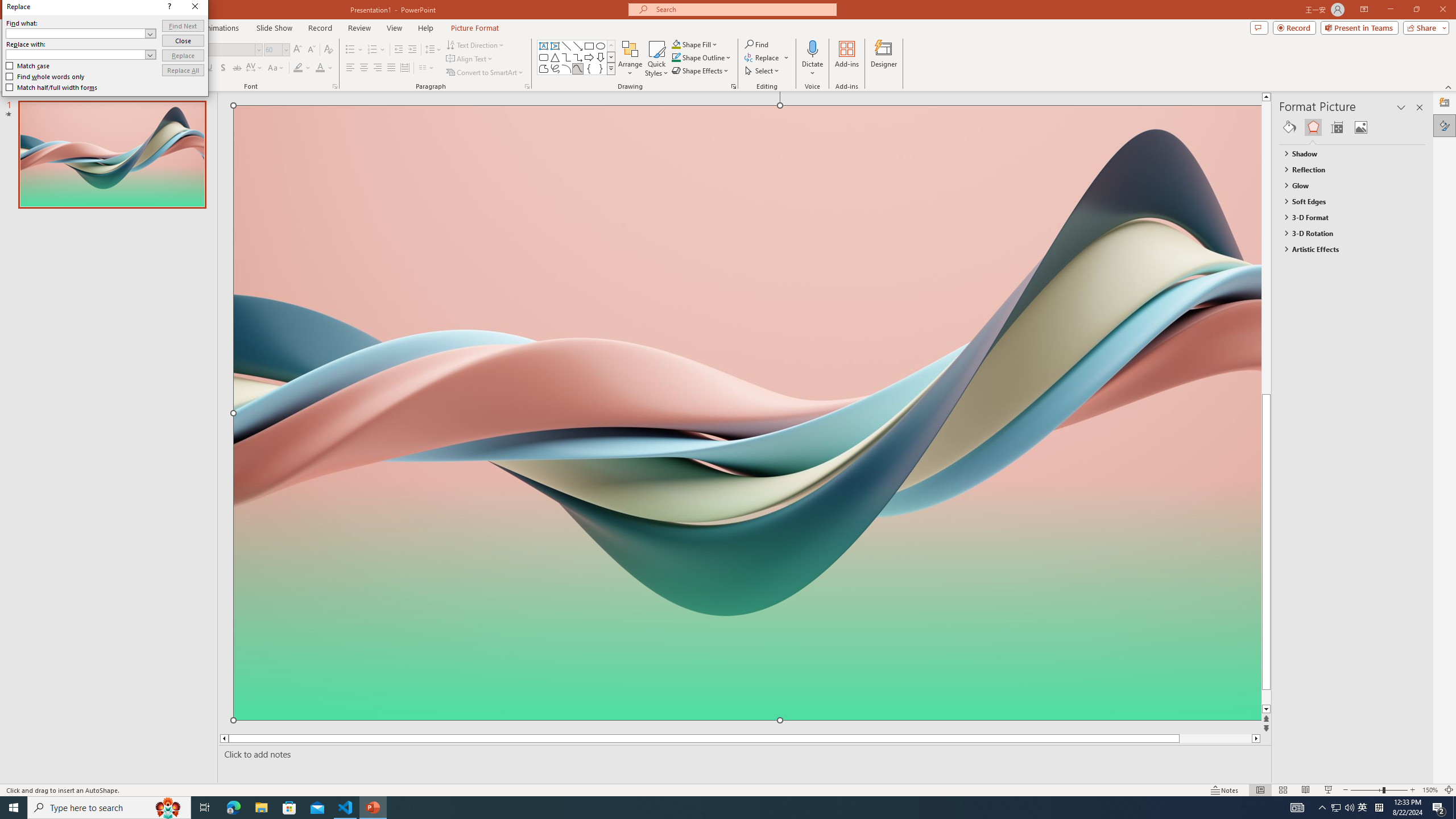 This screenshot has height=819, width=1456. I want to click on 'Size & Properties', so click(1337, 126).